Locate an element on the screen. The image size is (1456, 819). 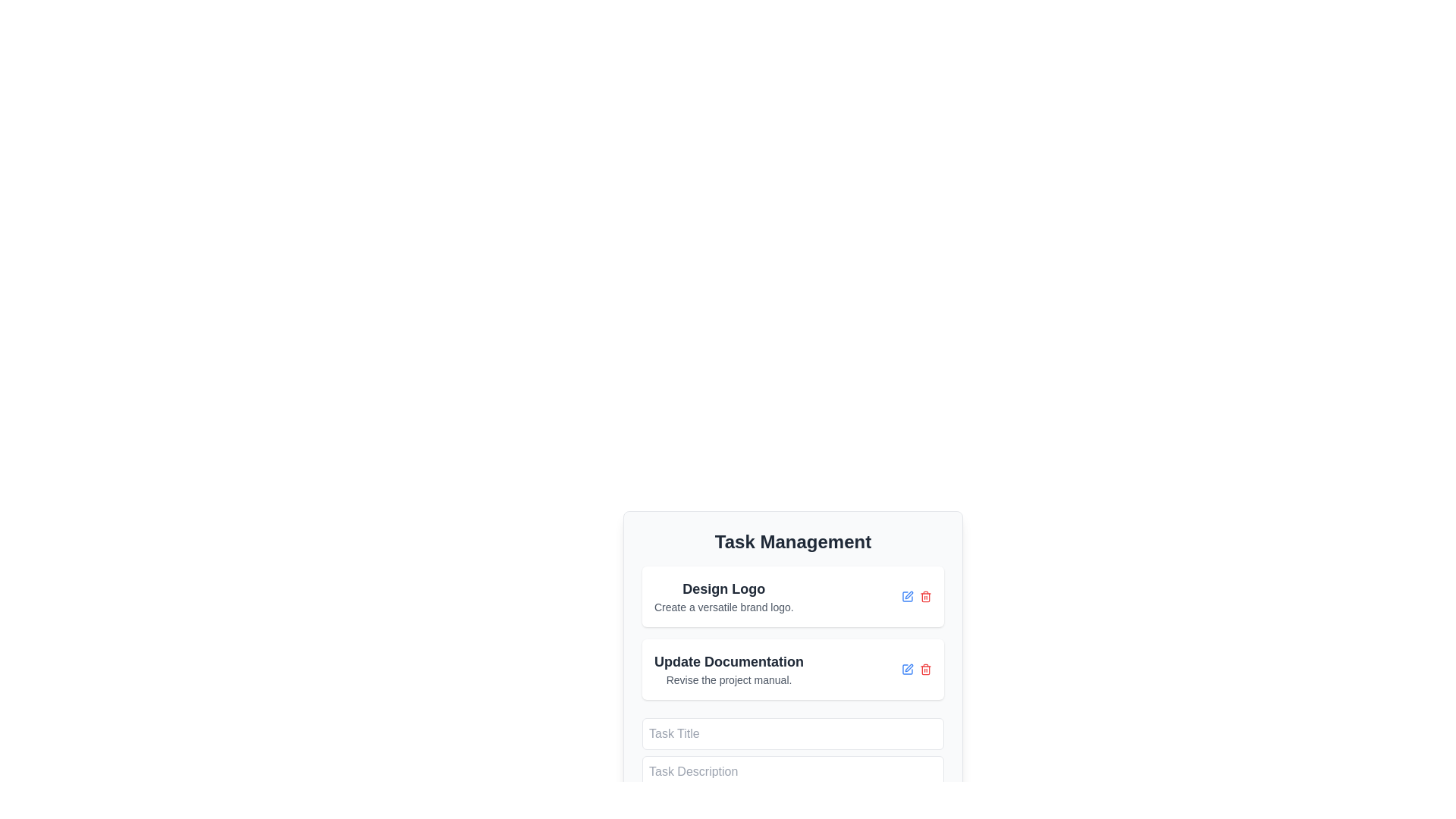
the text block displaying the title and brief description of a task or project item located below the 'Task Management' header and above the 'Update Documentation' task is located at coordinates (723, 595).